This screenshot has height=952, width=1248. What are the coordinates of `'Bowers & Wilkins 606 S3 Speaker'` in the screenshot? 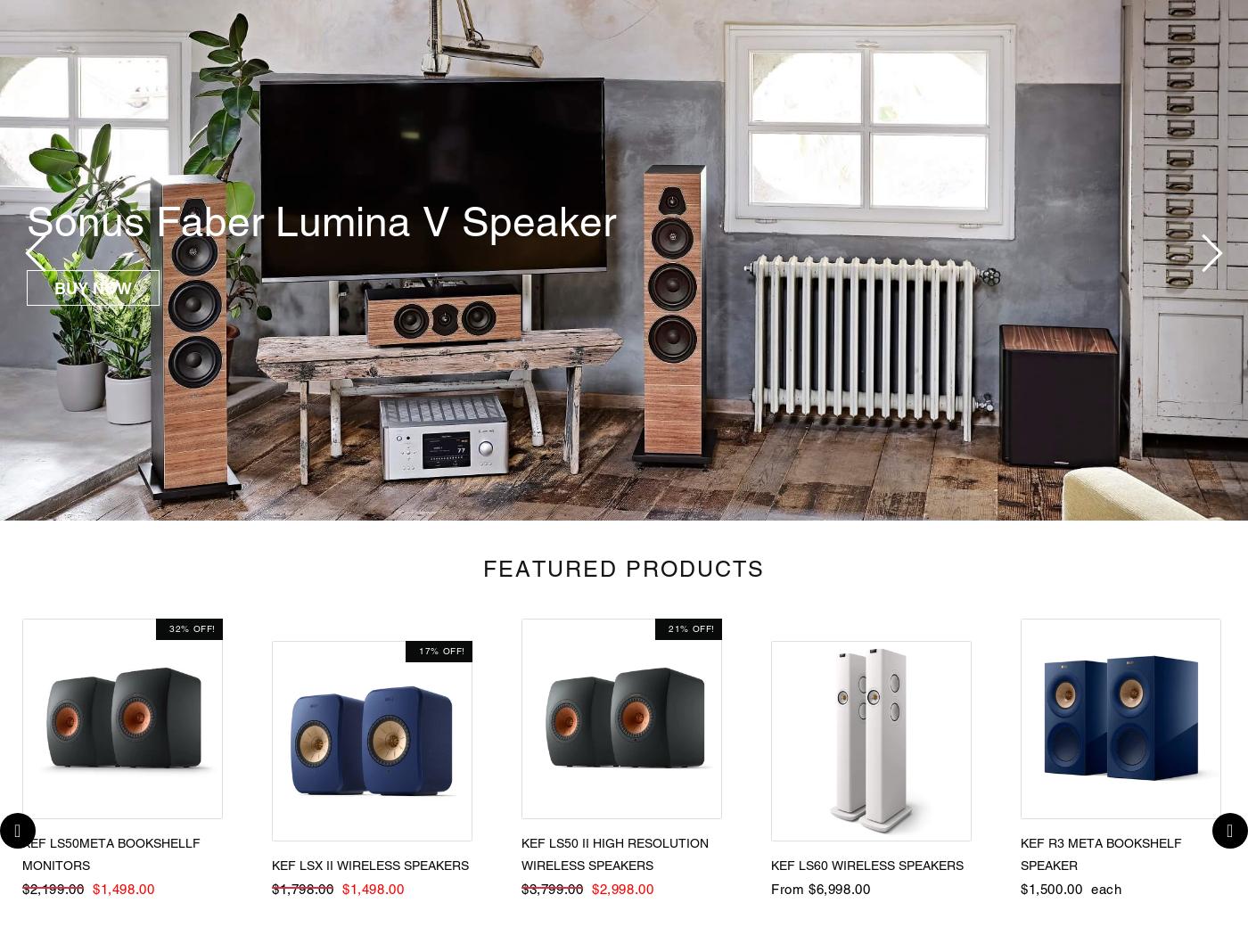 It's located at (337, 221).